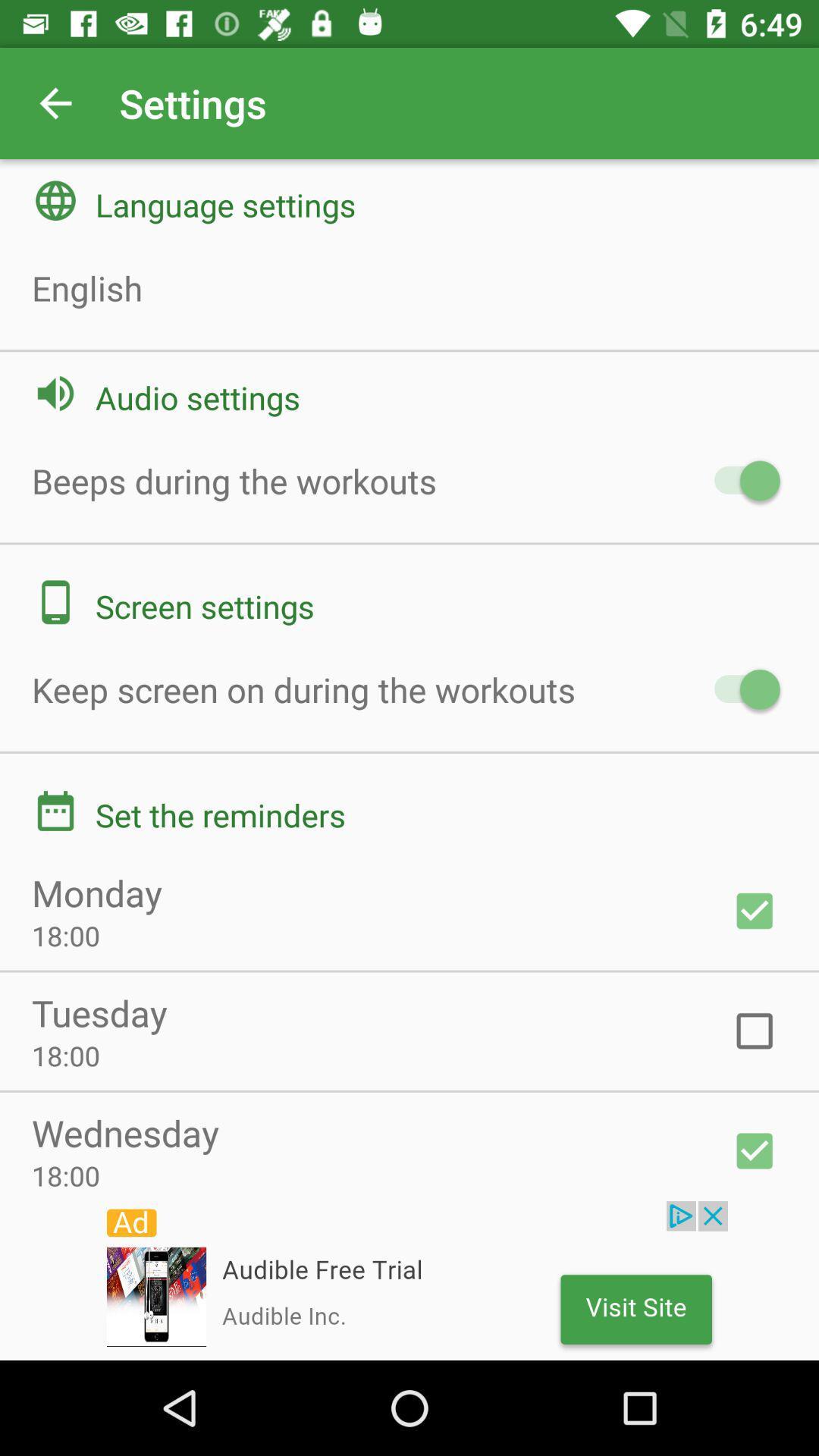 This screenshot has width=819, height=1456. I want to click on the box, so click(755, 1031).